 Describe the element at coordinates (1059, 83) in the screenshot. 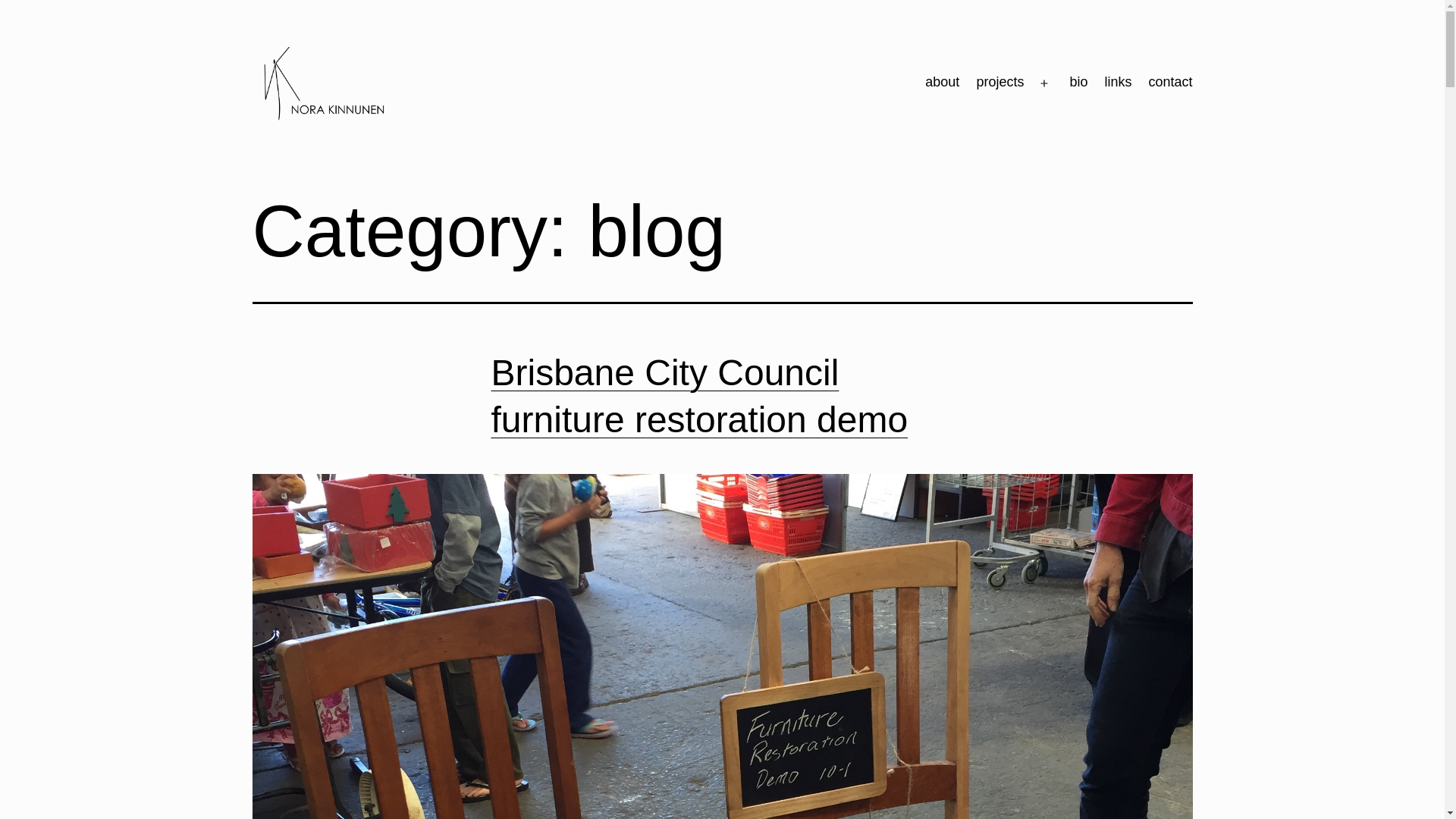

I see `'bio'` at that location.